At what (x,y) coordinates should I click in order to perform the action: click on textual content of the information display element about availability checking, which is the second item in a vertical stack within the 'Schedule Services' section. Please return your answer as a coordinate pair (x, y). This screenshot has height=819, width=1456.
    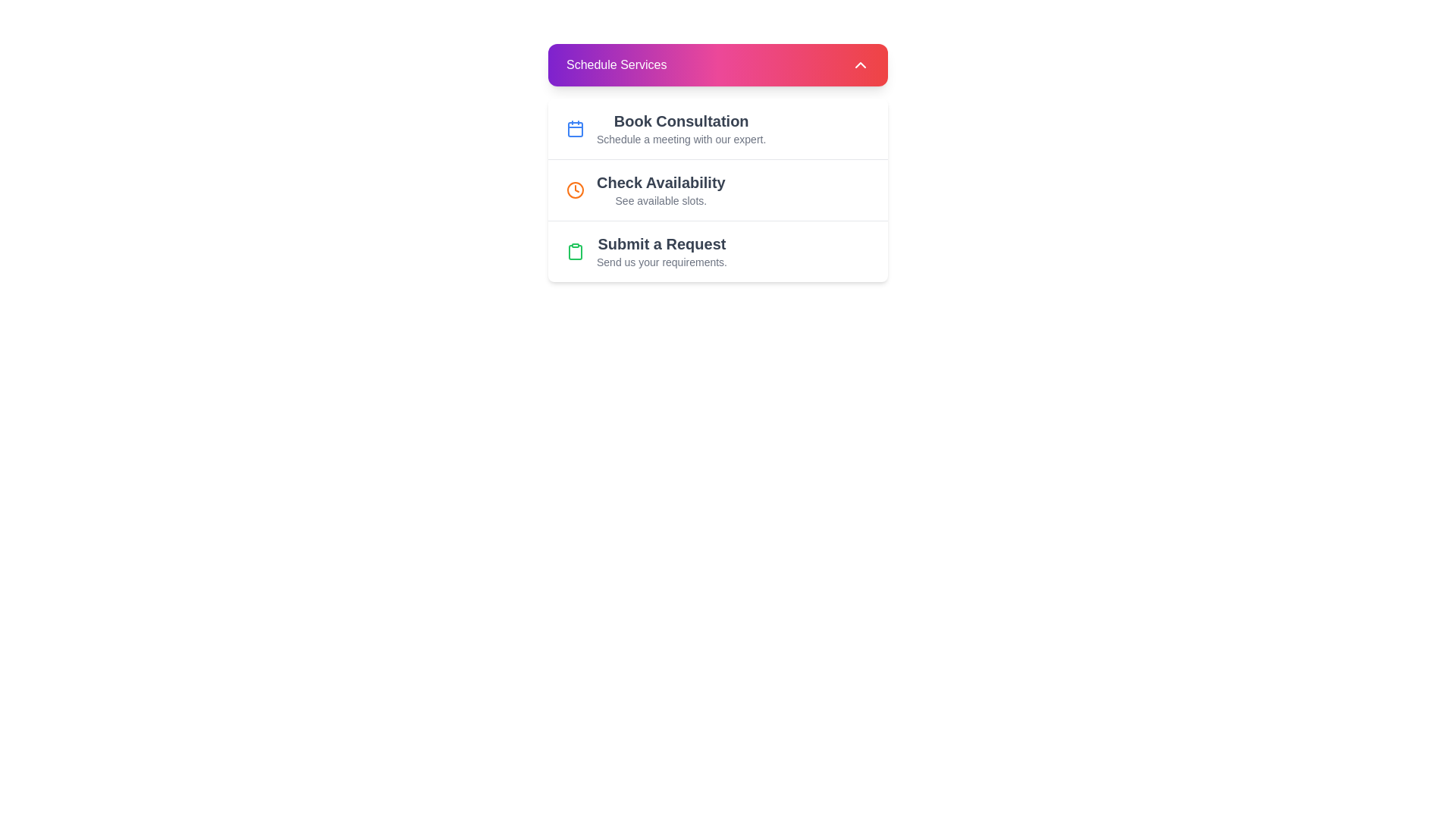
    Looking at the image, I should click on (661, 189).